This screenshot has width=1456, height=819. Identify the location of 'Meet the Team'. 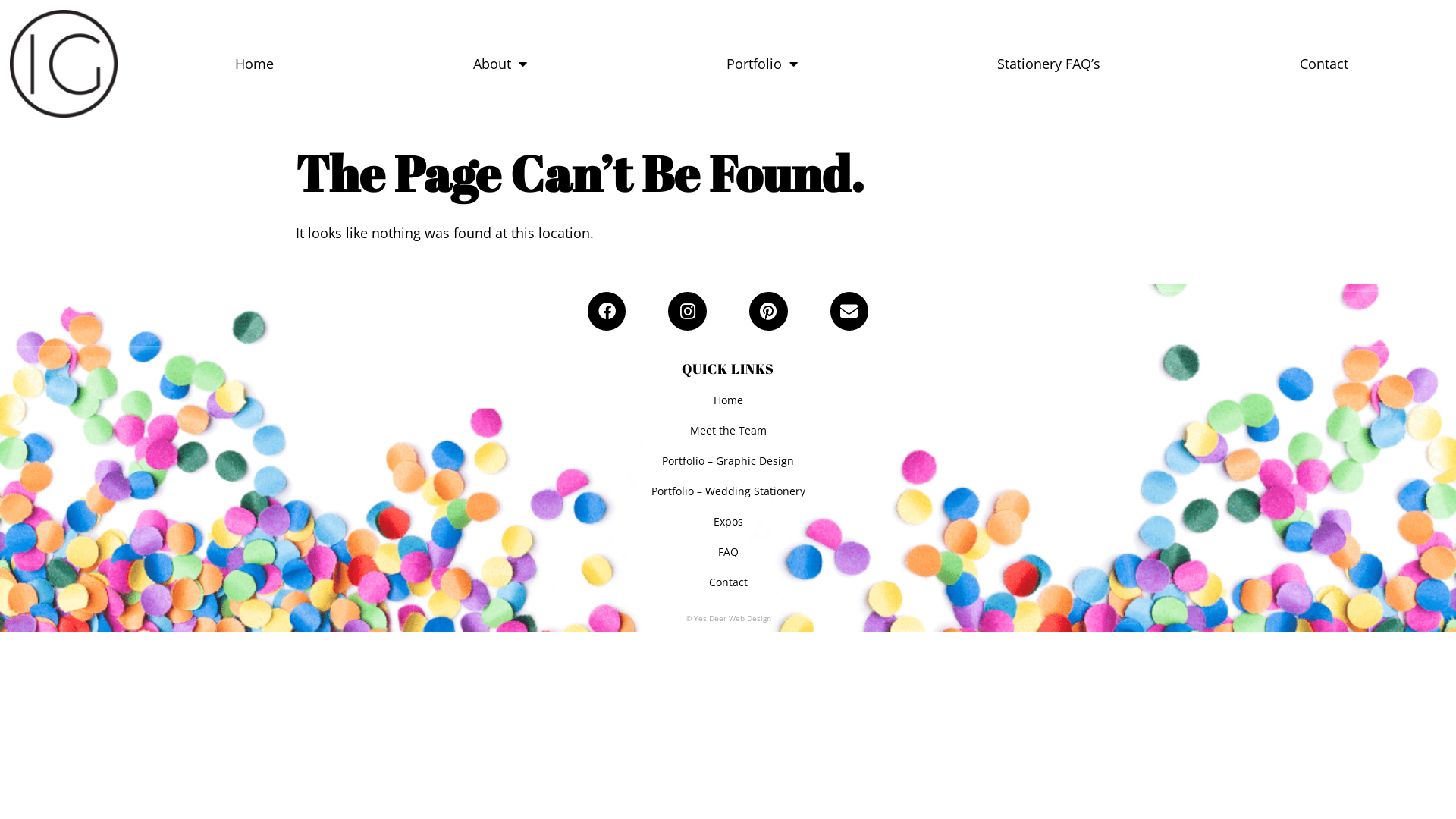
(728, 430).